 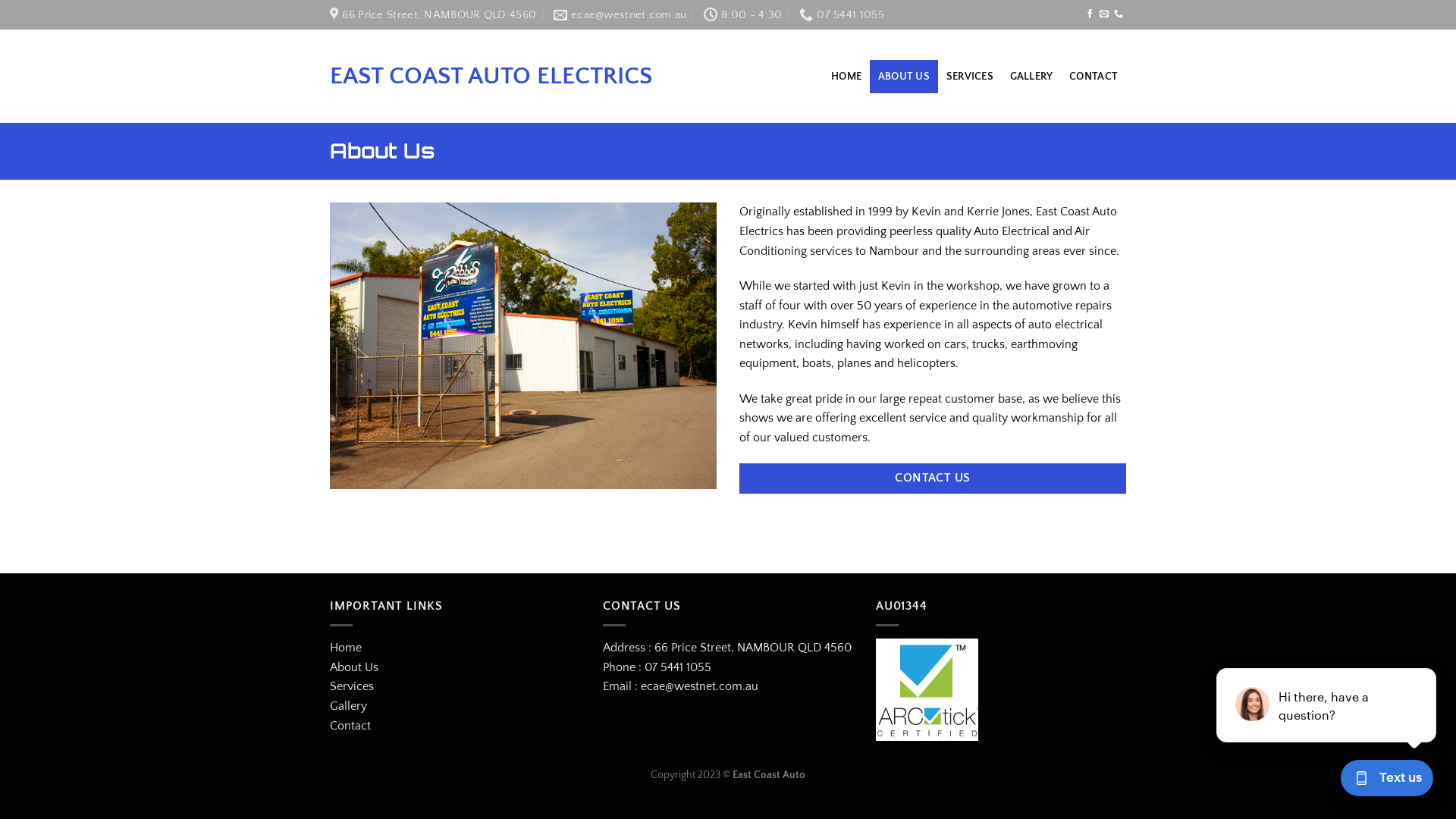 What do you see at coordinates (1059, 76) in the screenshot?
I see `'CONTACT'` at bounding box center [1059, 76].